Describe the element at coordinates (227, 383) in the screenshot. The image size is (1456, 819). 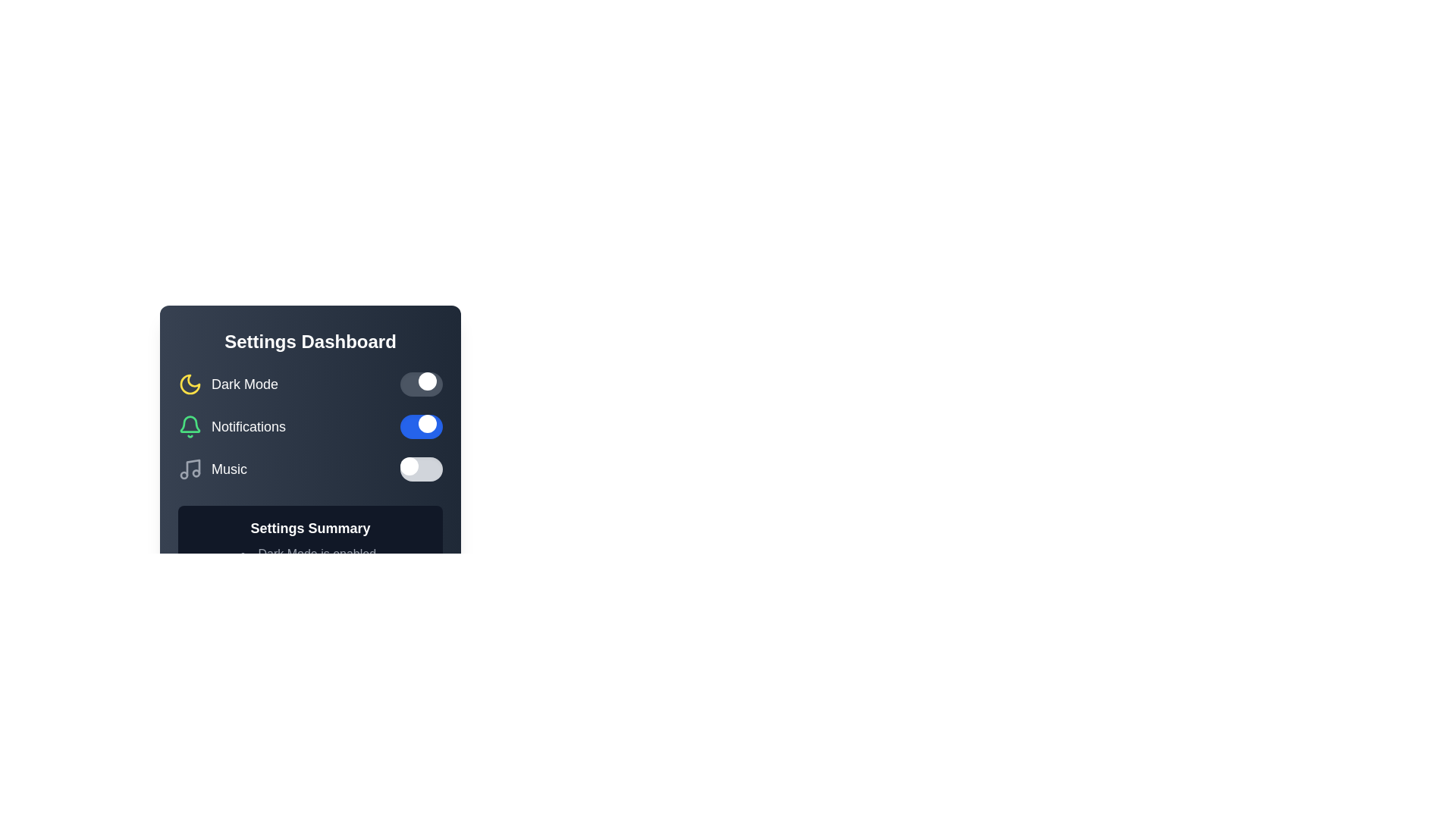
I see `text of the label associated with the yellow crescent moon icon, which states 'Dark Mode', located at the top-left of the settings panel` at that location.